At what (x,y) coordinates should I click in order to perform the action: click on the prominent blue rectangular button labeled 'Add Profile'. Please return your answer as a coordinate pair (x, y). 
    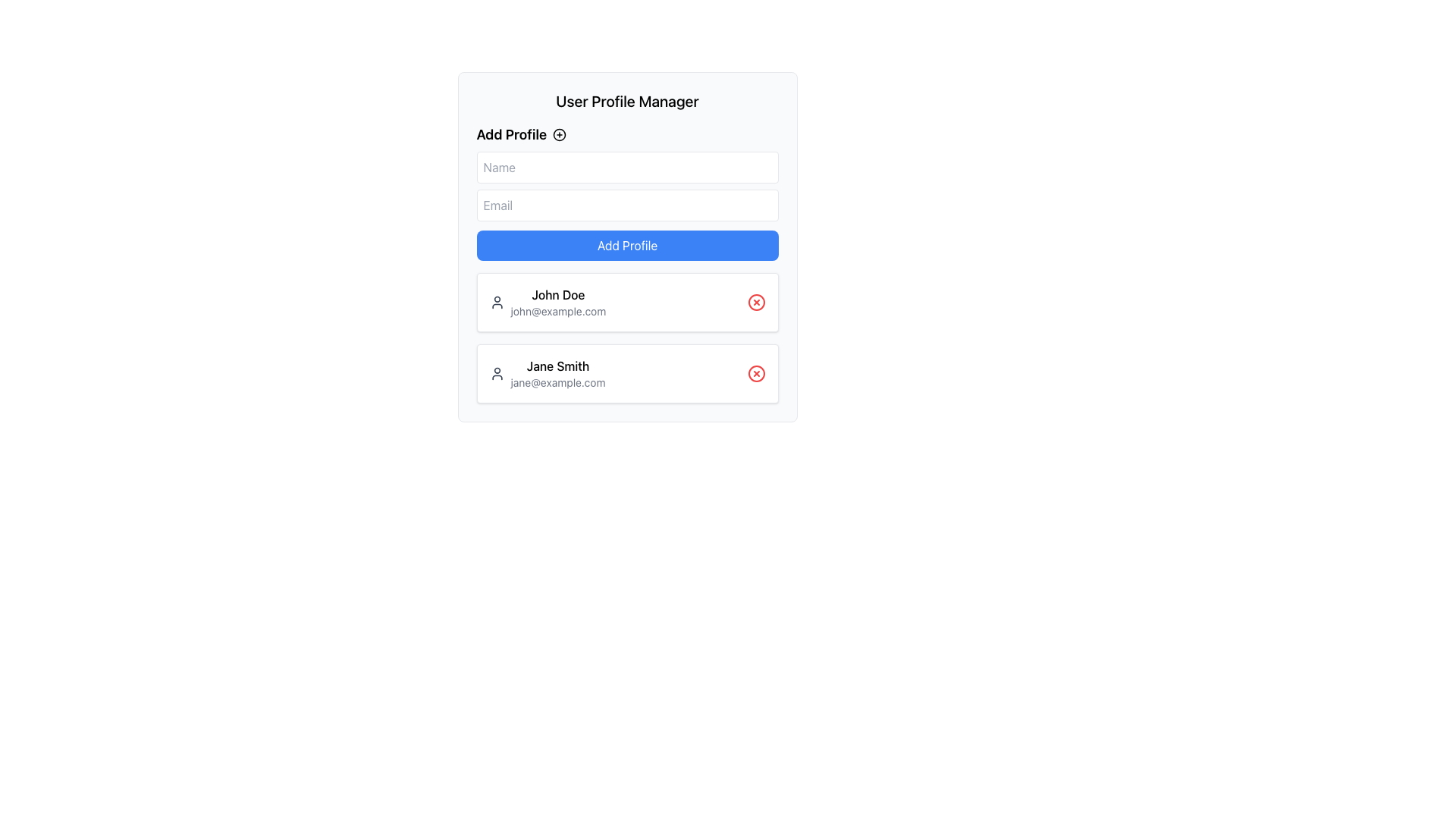
    Looking at the image, I should click on (627, 245).